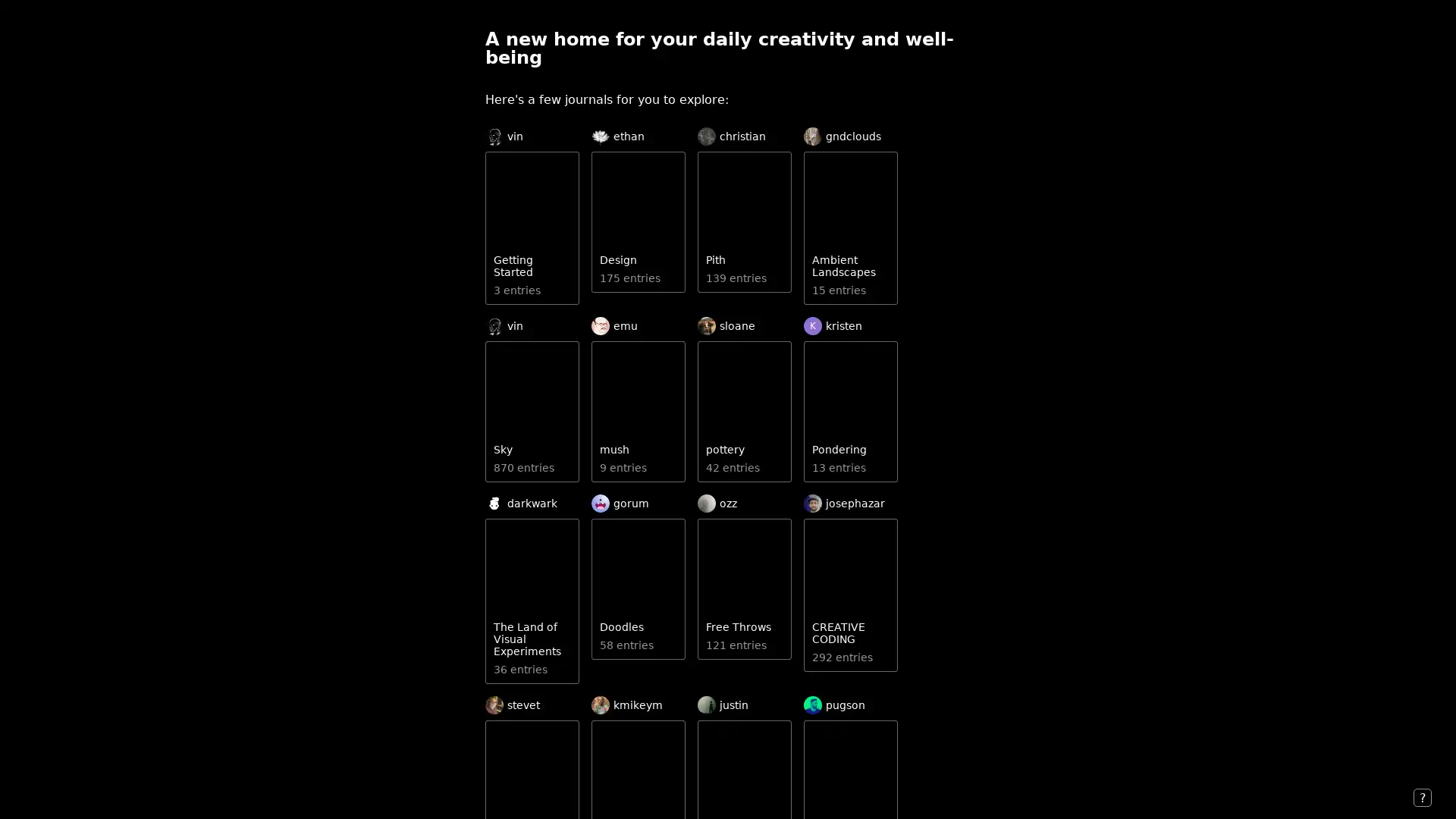  What do you see at coordinates (66, 789) in the screenshot?
I see `Recent Activity` at bounding box center [66, 789].